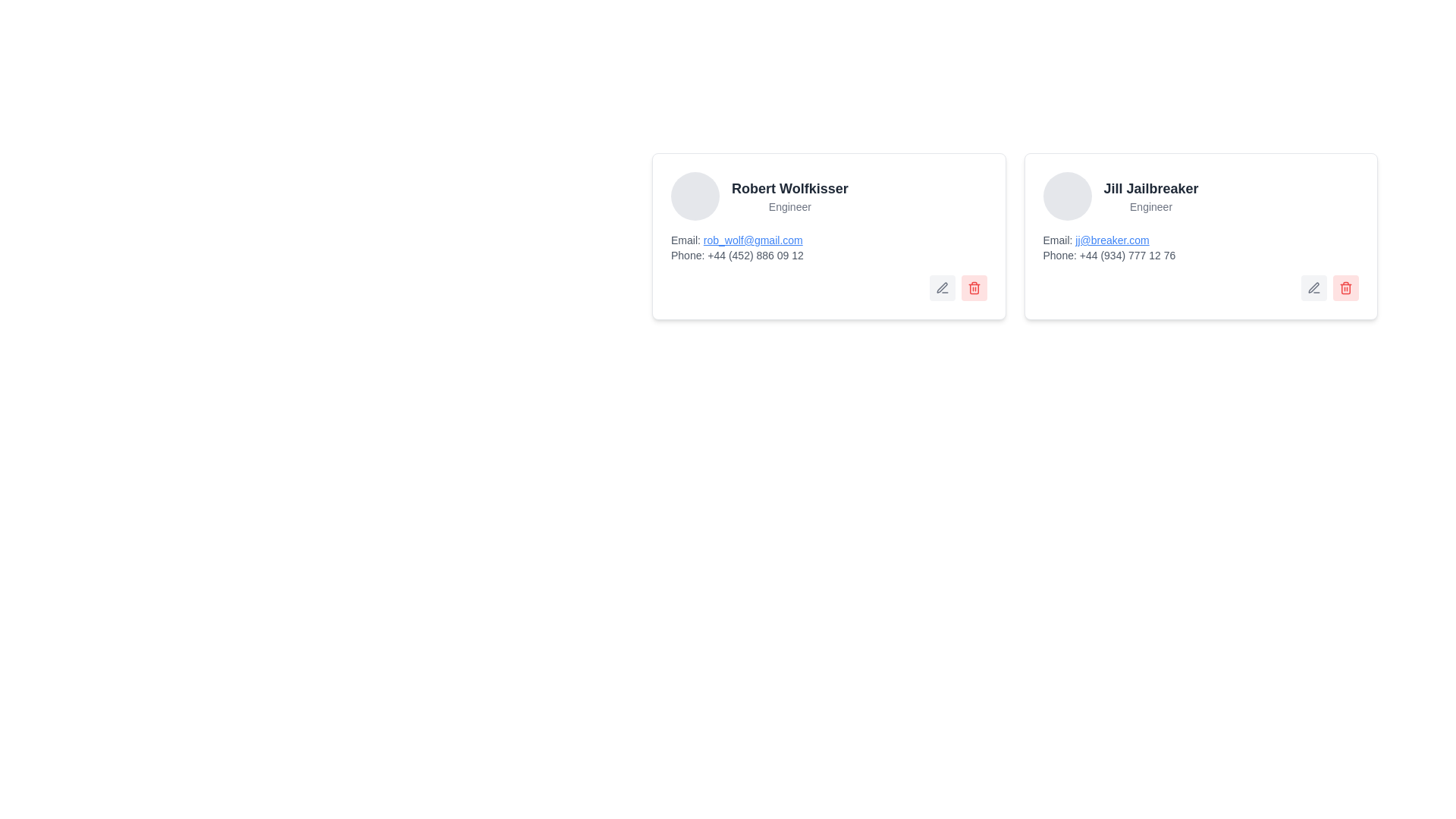 The image size is (1456, 819). I want to click on text label displaying the name and designation of a person, which is the second card in a row located to the right of the card containing 'Robert Wolfkisser', so click(1151, 195).